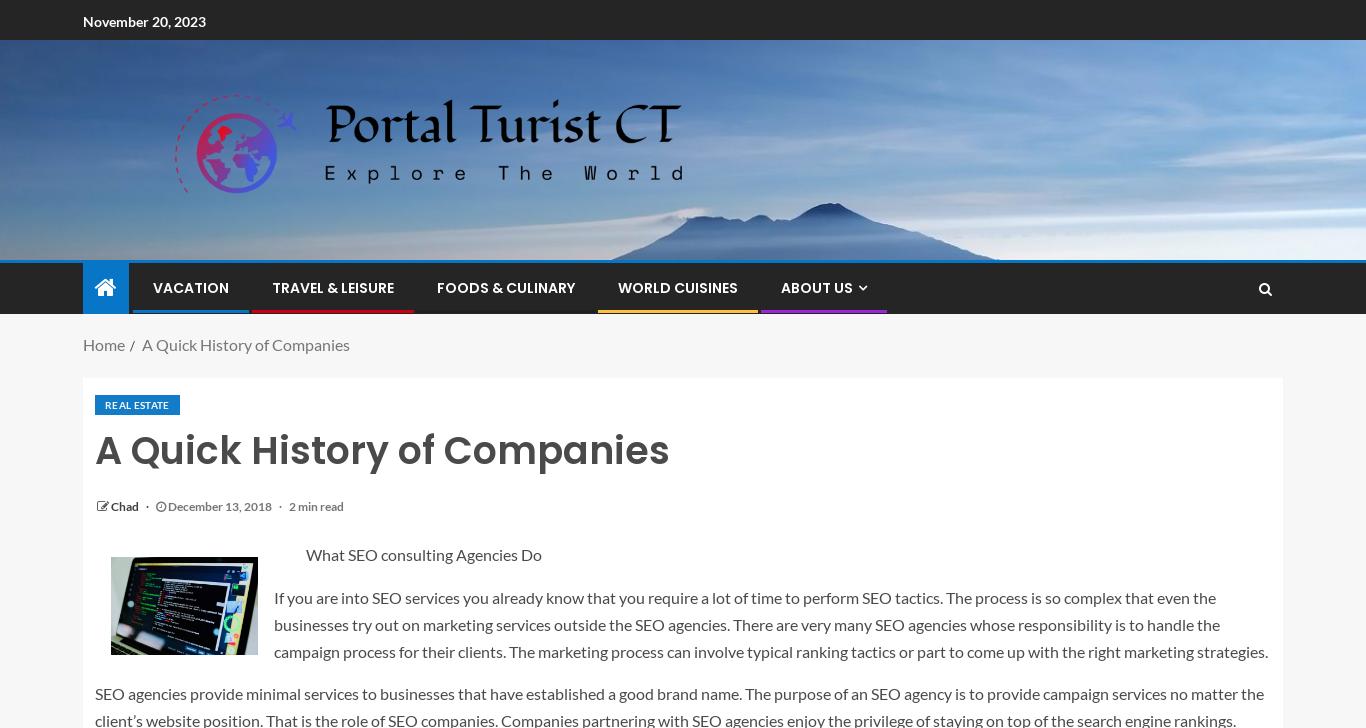 The height and width of the screenshot is (728, 1366). I want to click on 'Home', so click(103, 344).